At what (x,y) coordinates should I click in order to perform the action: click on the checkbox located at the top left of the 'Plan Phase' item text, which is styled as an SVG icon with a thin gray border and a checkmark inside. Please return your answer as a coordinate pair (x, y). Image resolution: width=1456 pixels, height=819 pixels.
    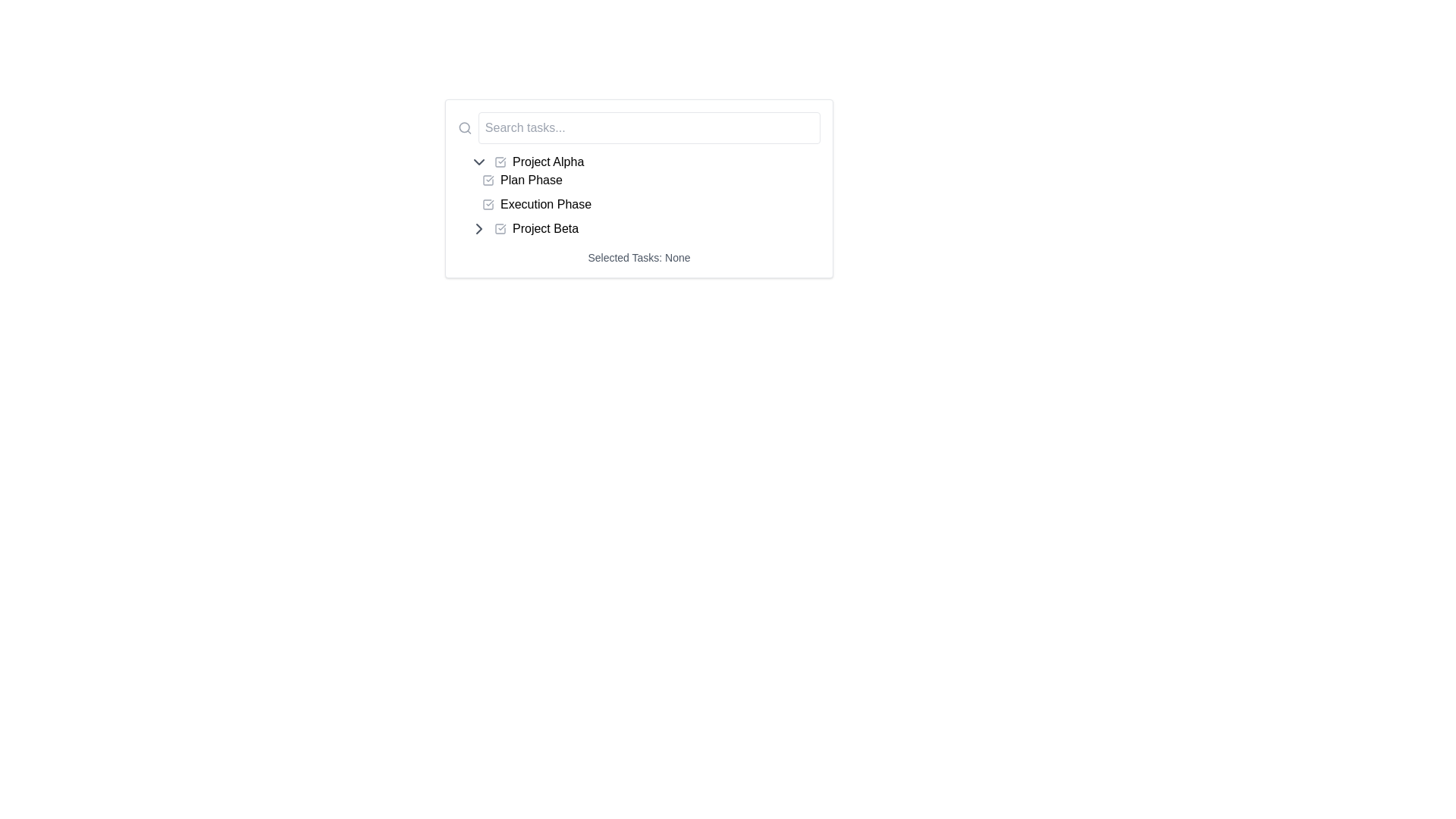
    Looking at the image, I should click on (488, 180).